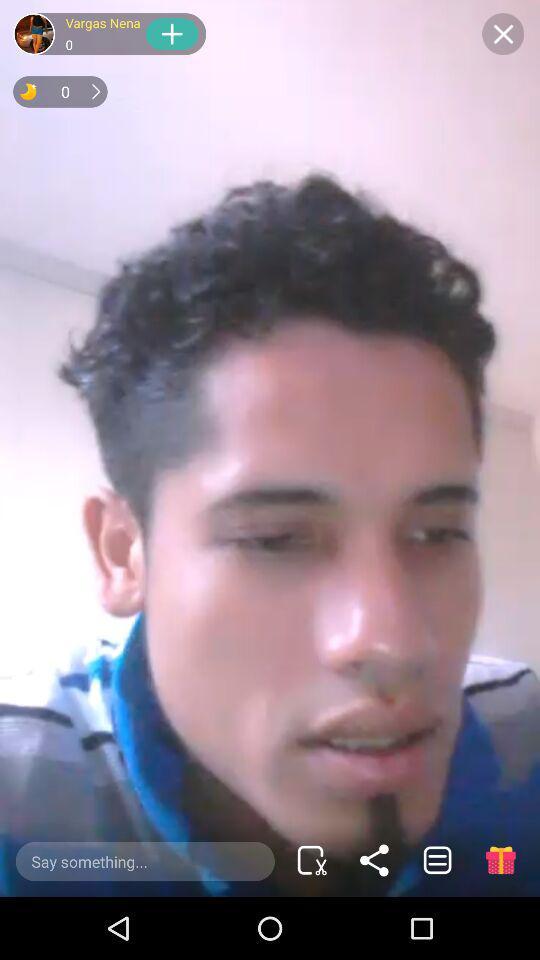 The image size is (540, 960). I want to click on the cropping icon, so click(311, 859).